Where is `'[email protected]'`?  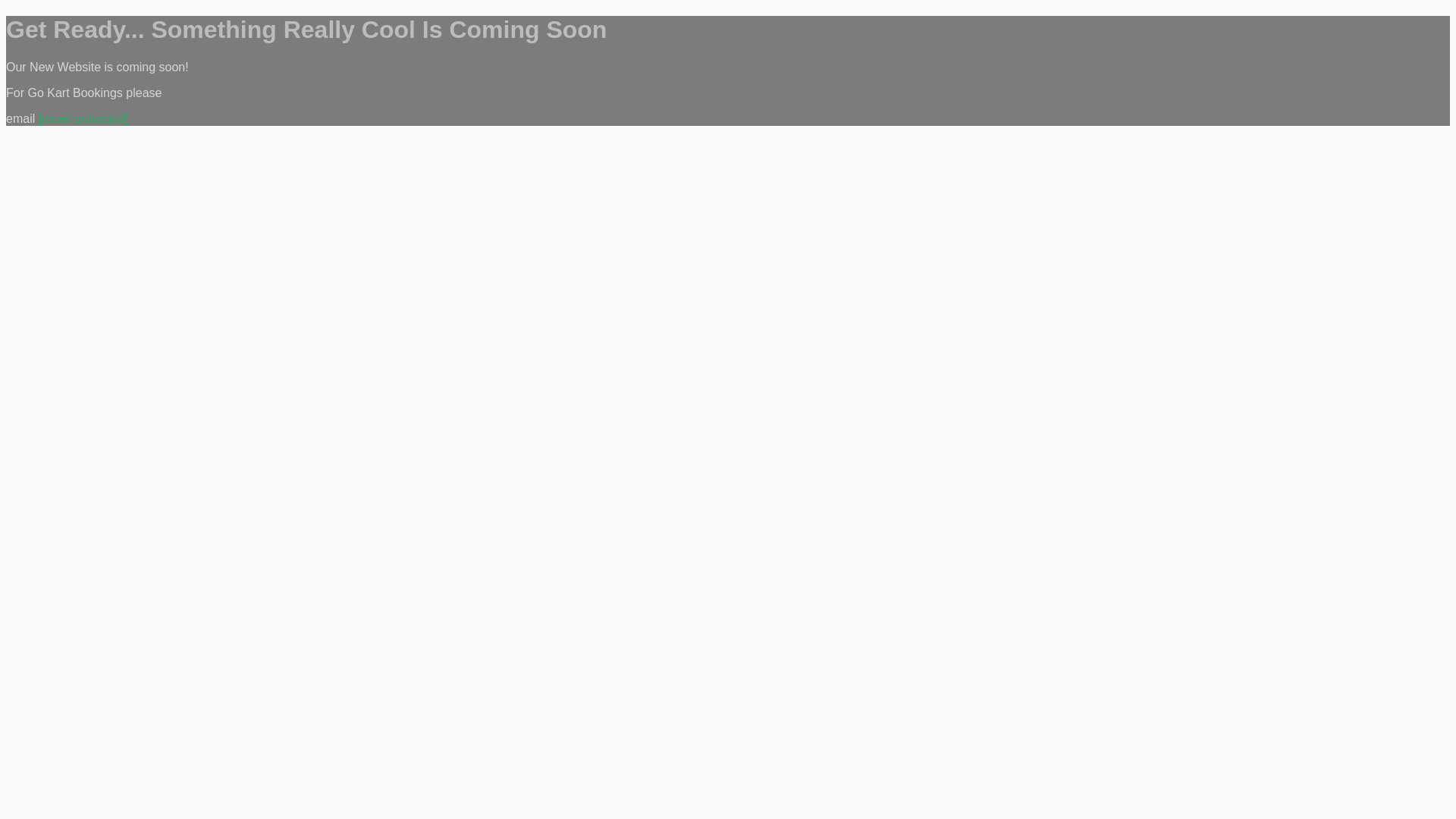 '[email protected]' is located at coordinates (39, 118).